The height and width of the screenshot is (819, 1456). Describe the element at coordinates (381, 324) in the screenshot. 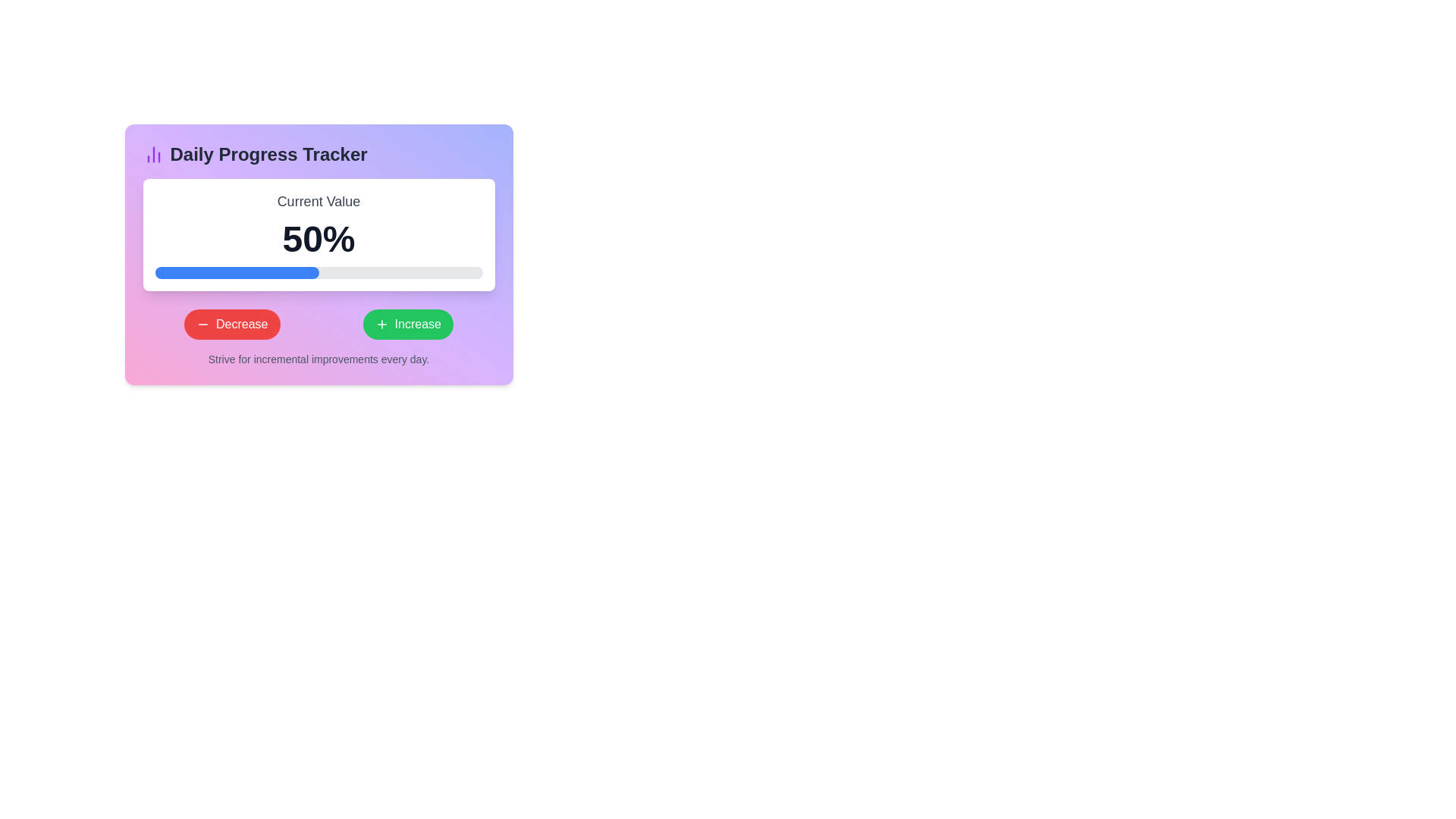

I see `the green 'Increase' button located in the bottom-right part of the interface` at that location.